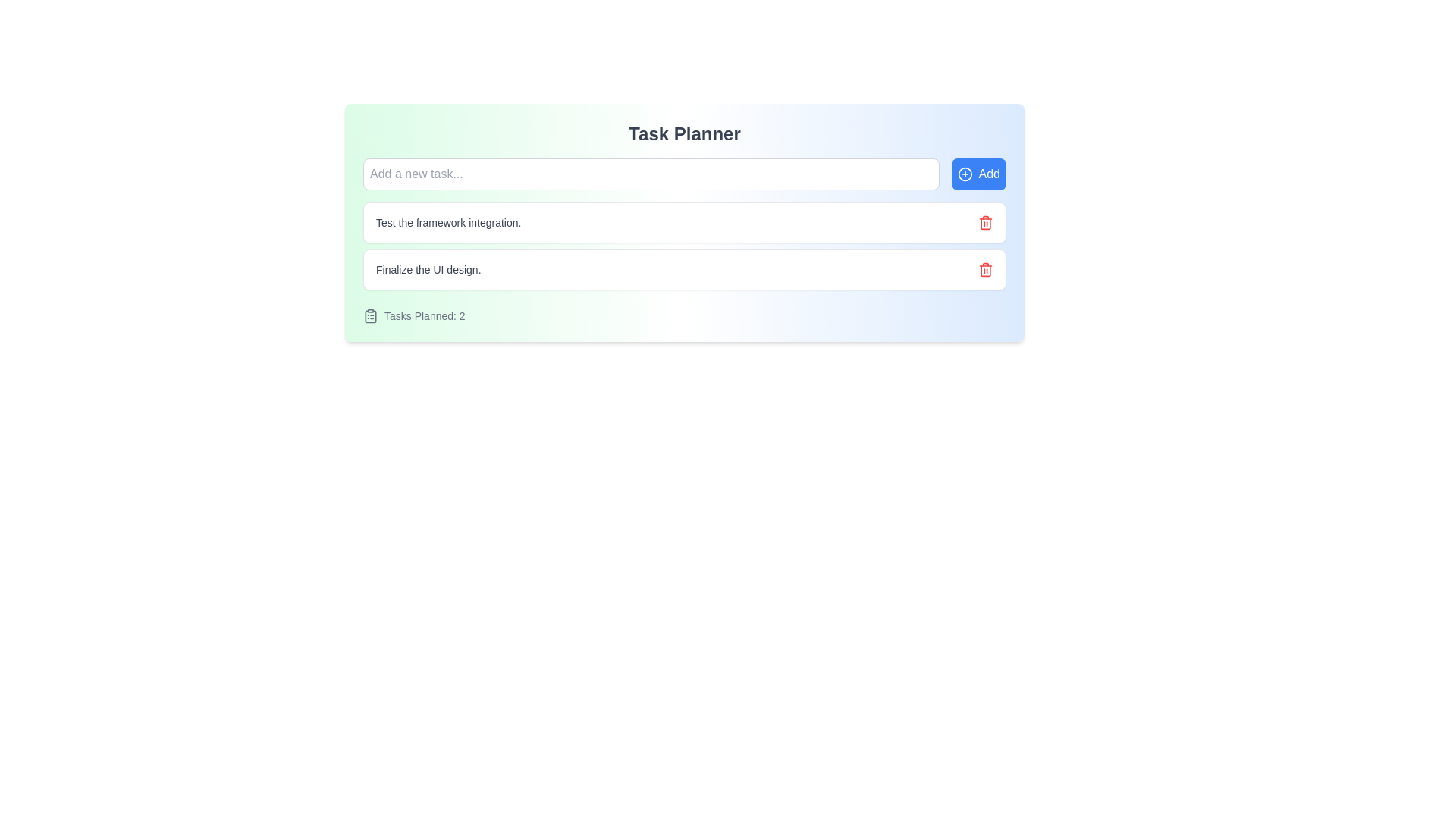 The height and width of the screenshot is (819, 1456). What do you see at coordinates (683, 222) in the screenshot?
I see `the first task item` at bounding box center [683, 222].